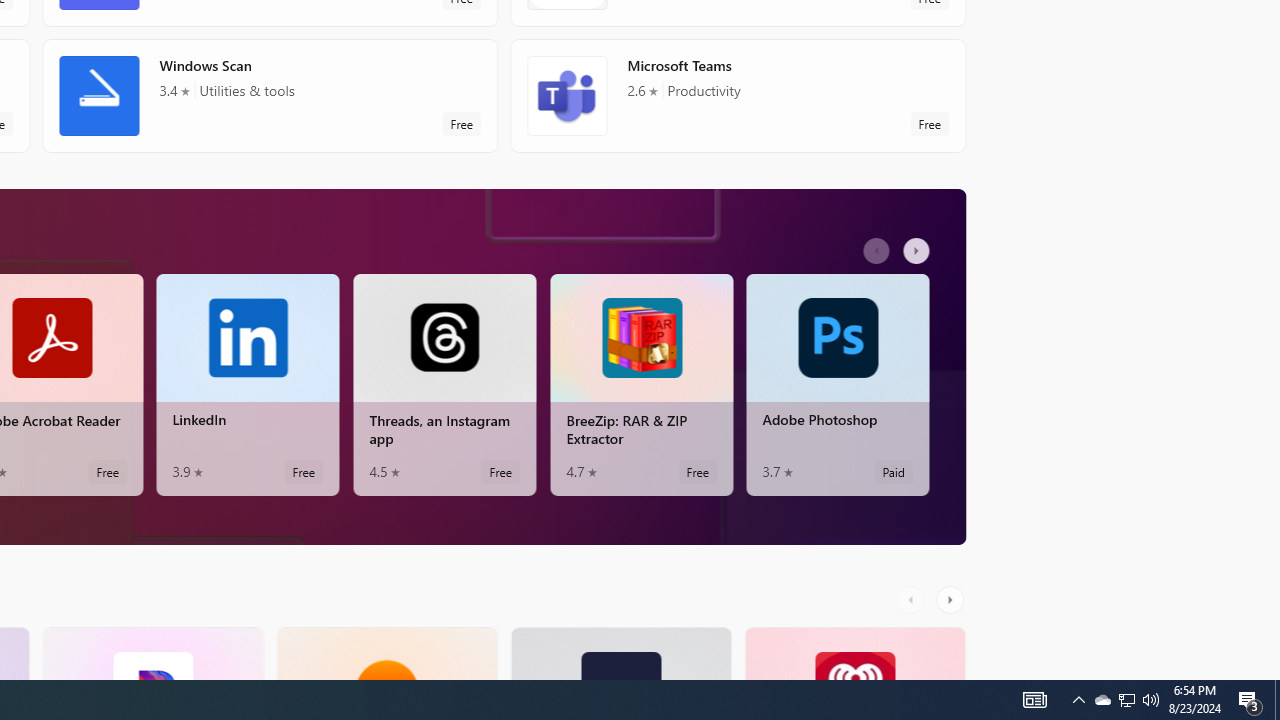 The height and width of the screenshot is (720, 1280). What do you see at coordinates (246, 384) in the screenshot?
I see `'LinkedIn. Average rating of 3.9 out of five stars. Free  '` at bounding box center [246, 384].